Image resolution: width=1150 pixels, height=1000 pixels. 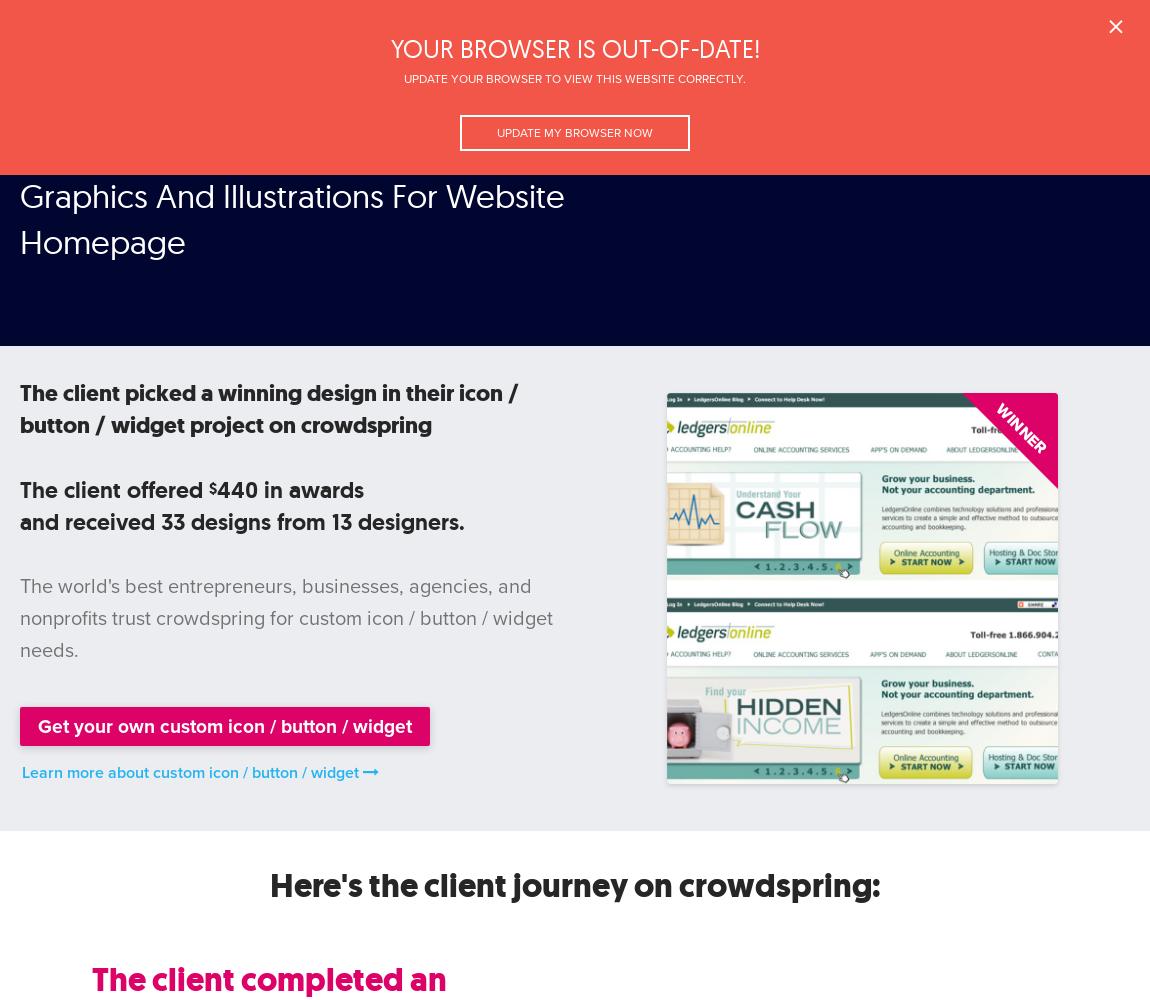 I want to click on 'Graphics and illustrations for website homepage', so click(x=159, y=88).